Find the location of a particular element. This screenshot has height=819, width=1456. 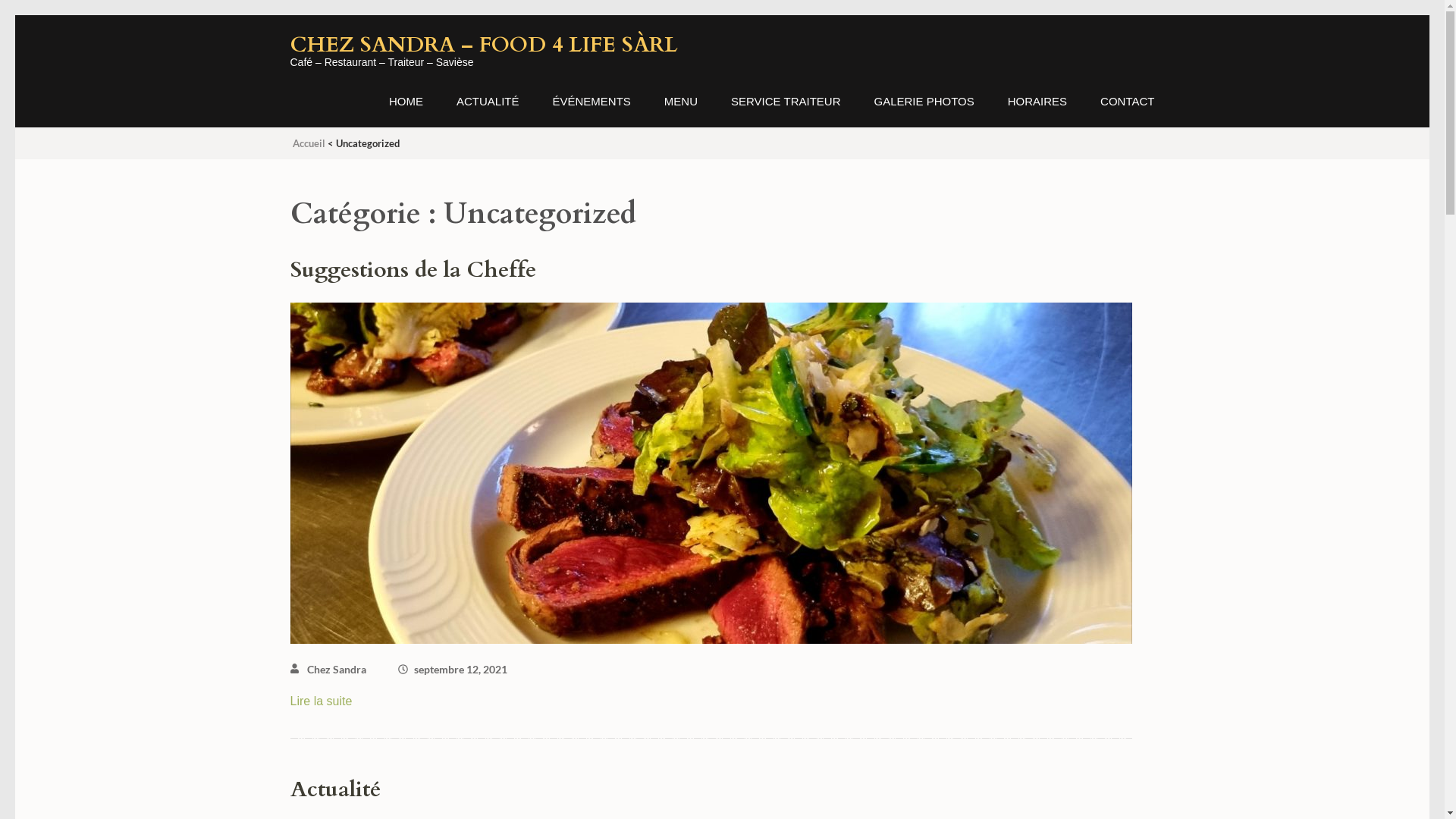

'CONTACT' is located at coordinates (1127, 110).